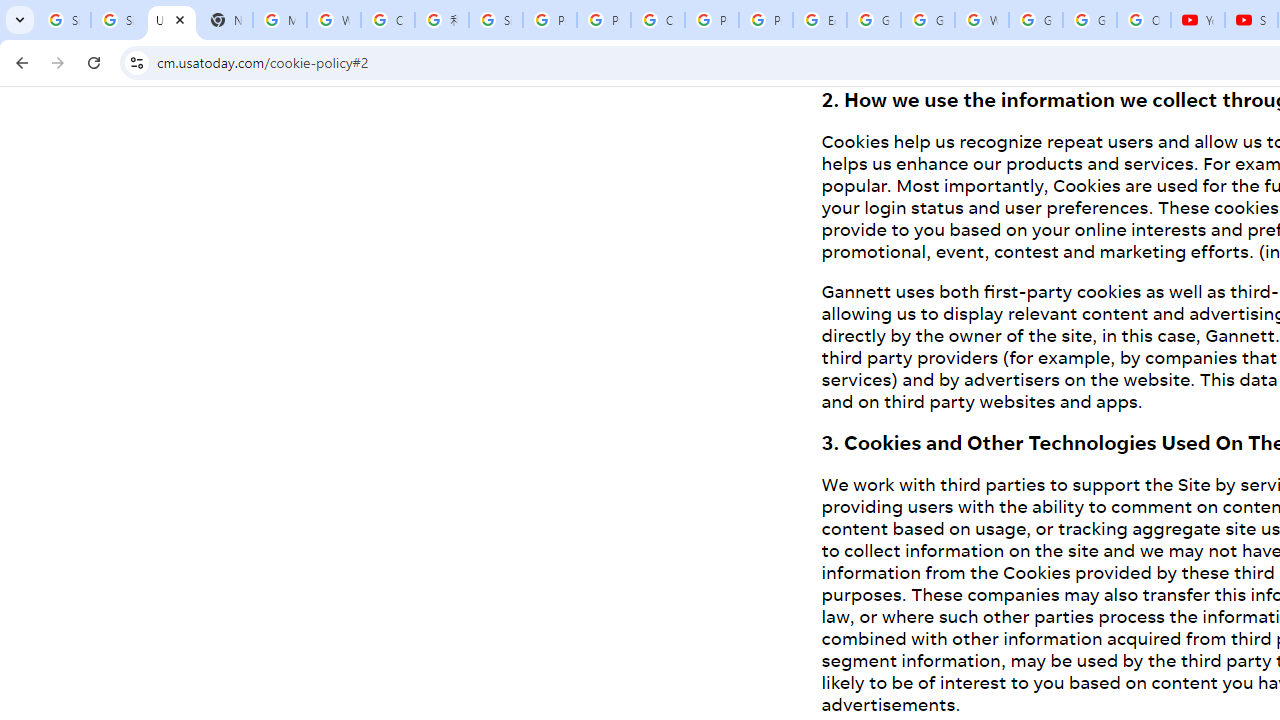 This screenshot has width=1280, height=720. What do you see at coordinates (1198, 20) in the screenshot?
I see `'YouTube'` at bounding box center [1198, 20].